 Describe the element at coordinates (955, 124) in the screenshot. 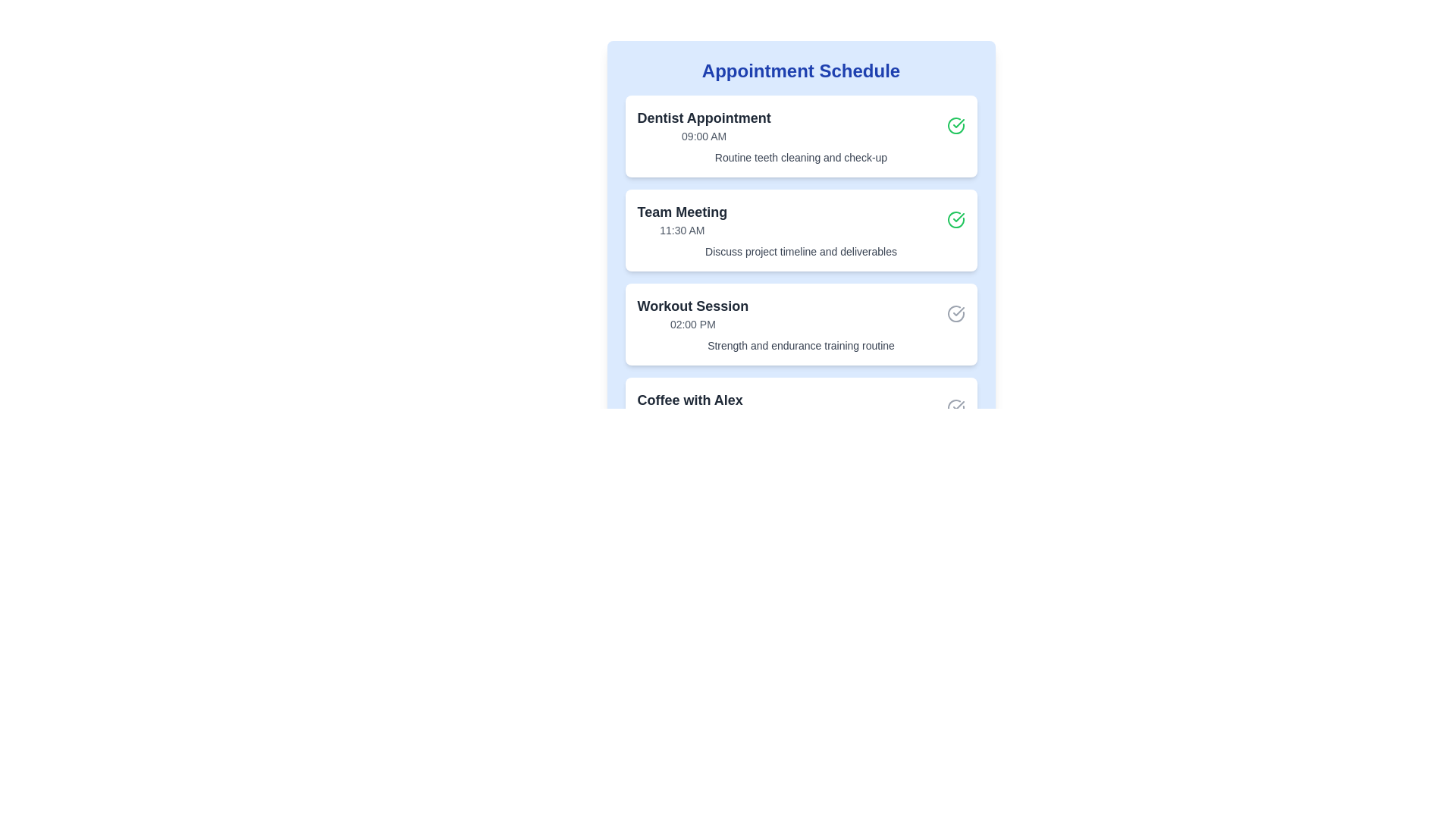

I see `the status indicator icon that represents the completion of the 'Dentist Appointment' task, located at the right side of the text 'Dentist Appointment' and '09:00 AM.'` at that location.